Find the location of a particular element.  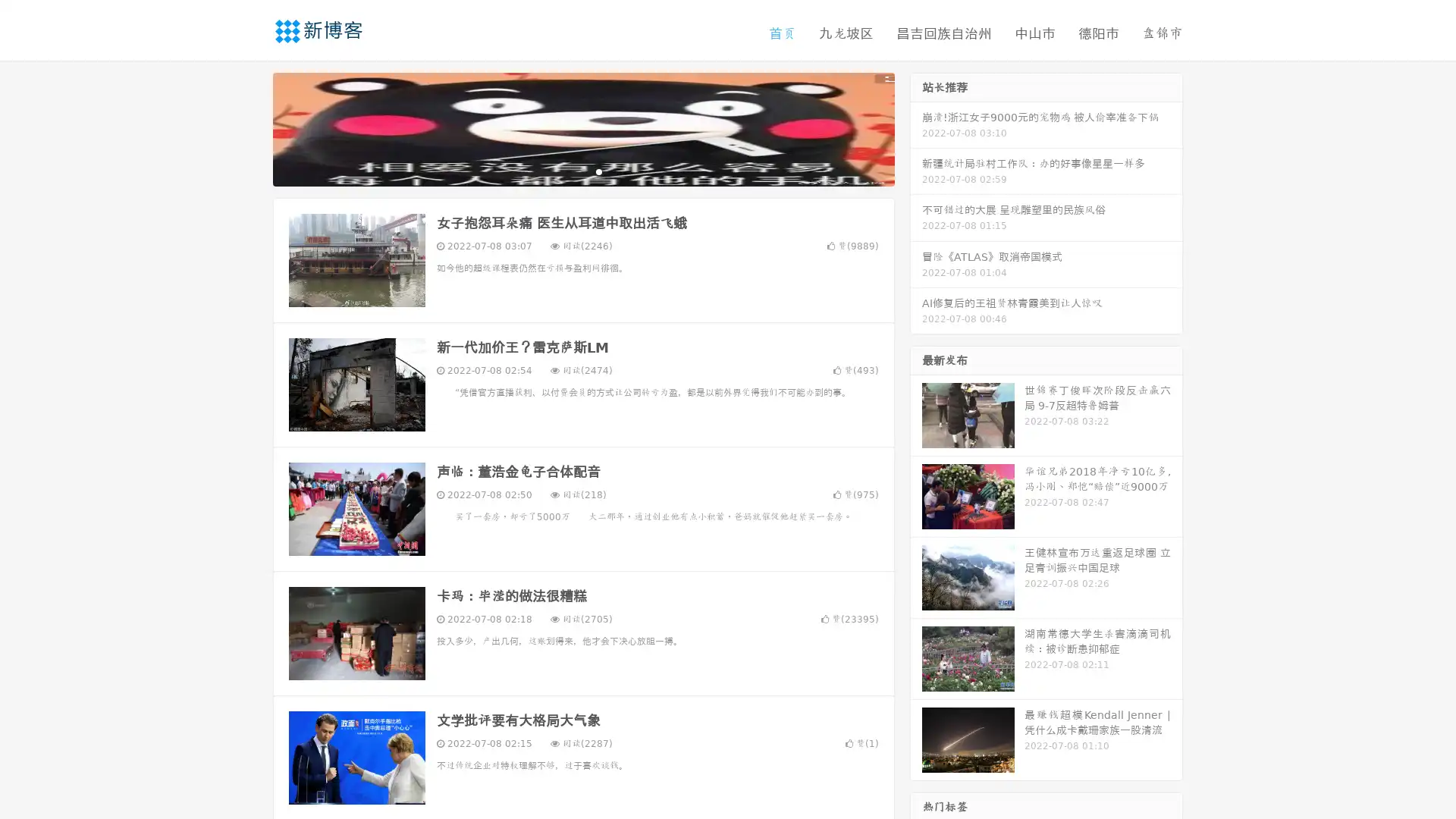

Go to slide 1 is located at coordinates (567, 171).